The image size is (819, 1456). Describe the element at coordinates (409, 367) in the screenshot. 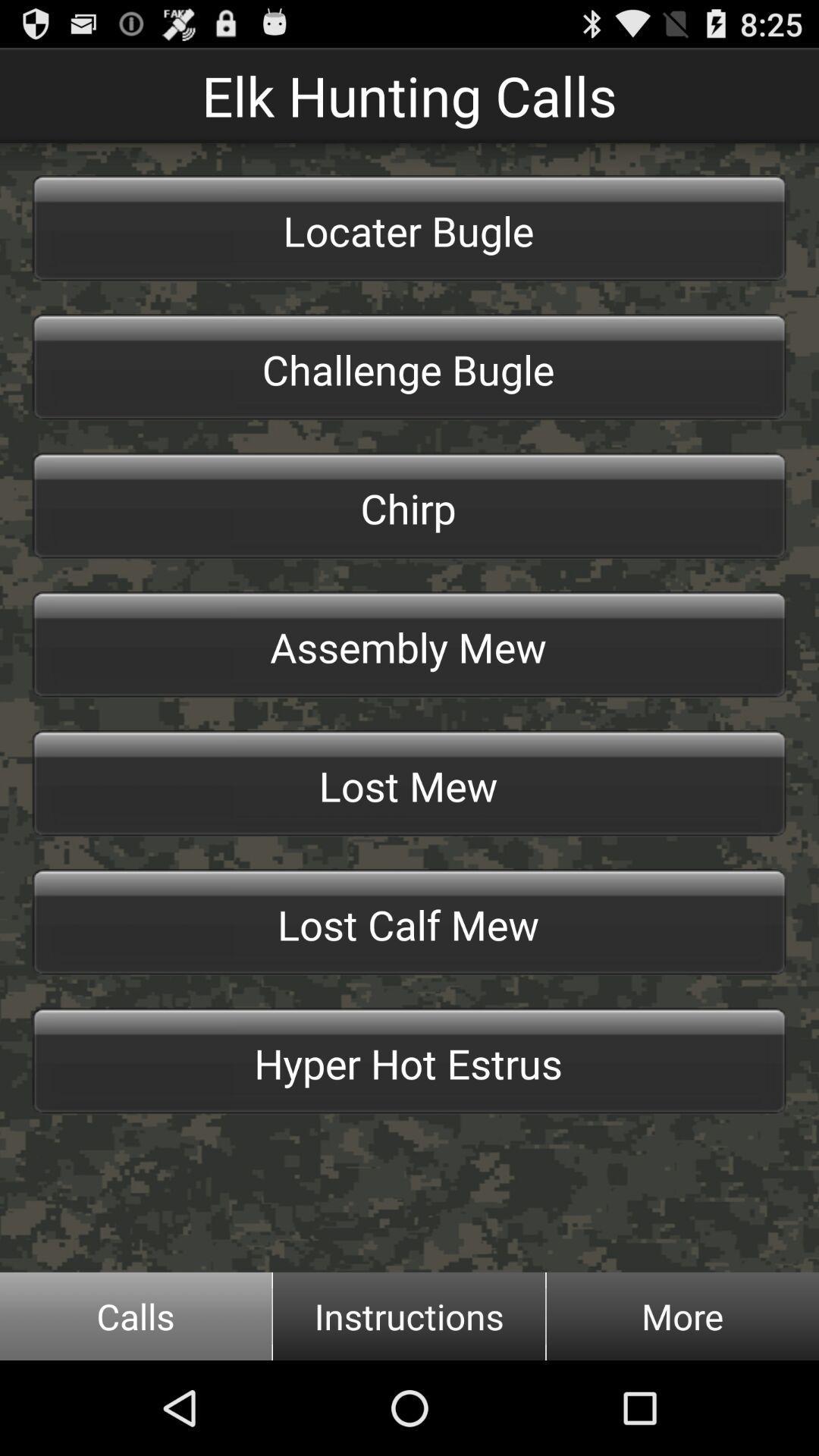

I see `the icon above chirp item` at that location.